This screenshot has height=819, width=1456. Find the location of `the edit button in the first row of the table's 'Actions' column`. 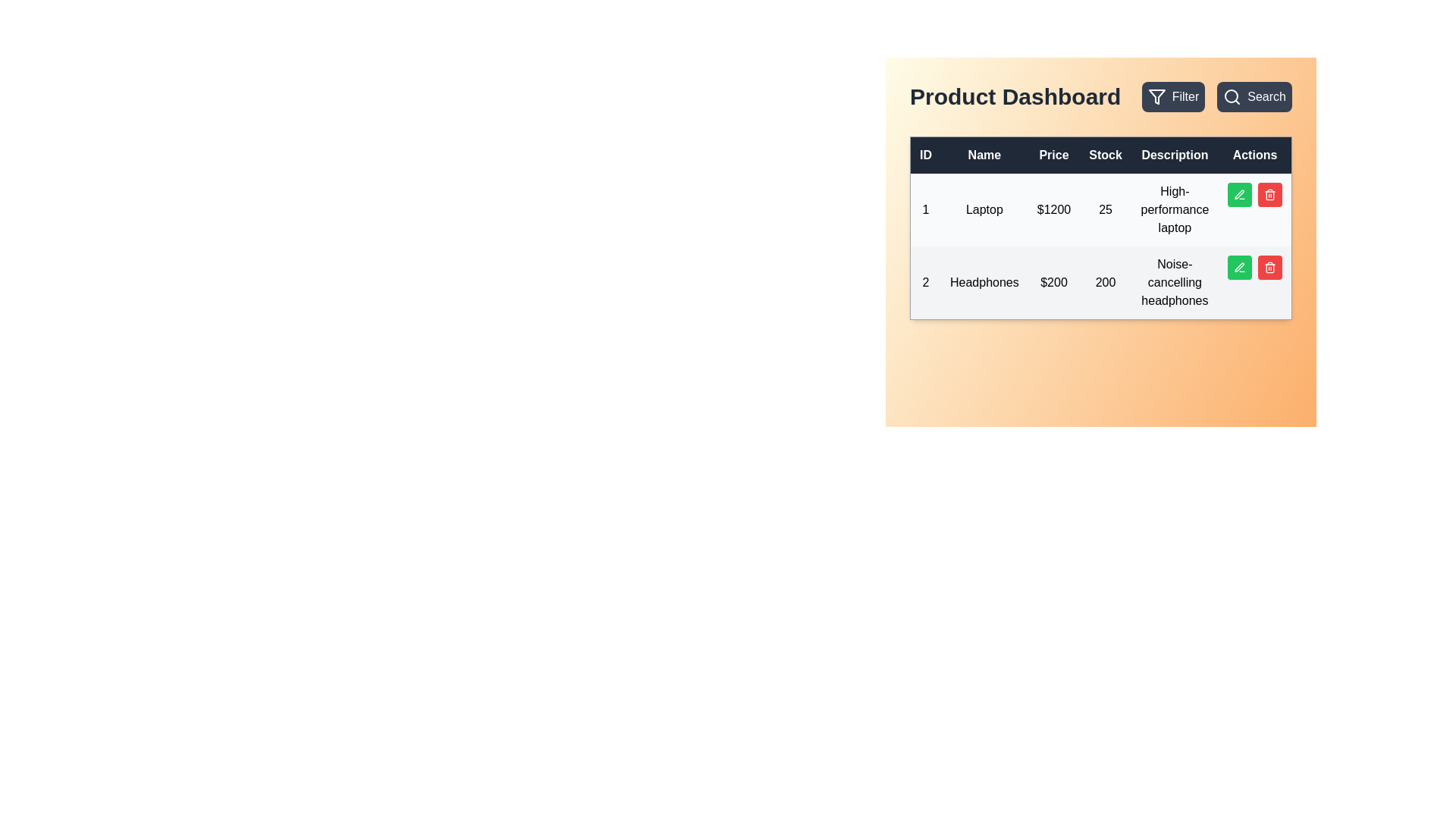

the edit button in the first row of the table's 'Actions' column is located at coordinates (1240, 194).